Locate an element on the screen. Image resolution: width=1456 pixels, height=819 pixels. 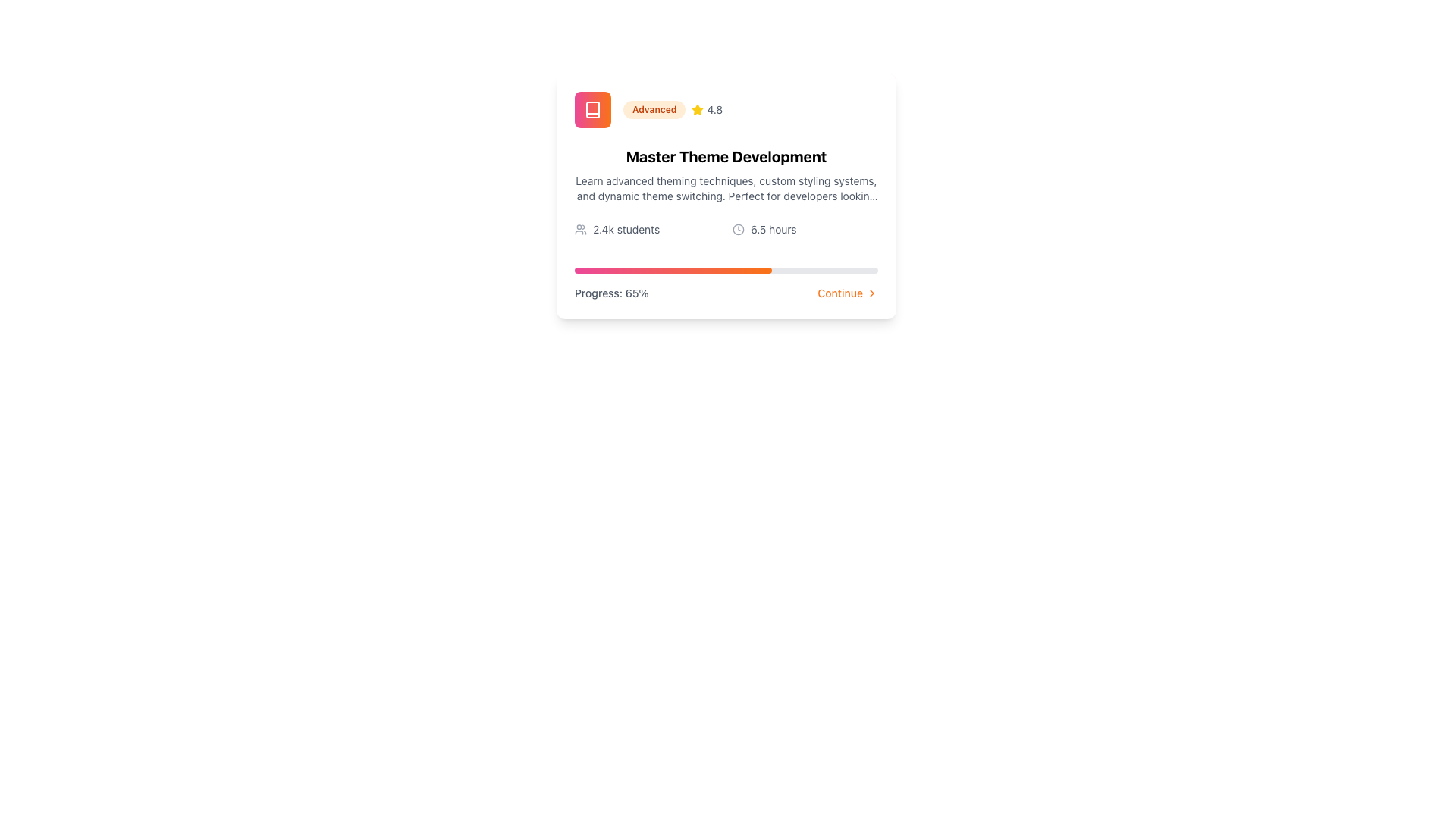
the information display text showing '2.4k students' and '6.5 hours' for potential tooltip is located at coordinates (726, 230).